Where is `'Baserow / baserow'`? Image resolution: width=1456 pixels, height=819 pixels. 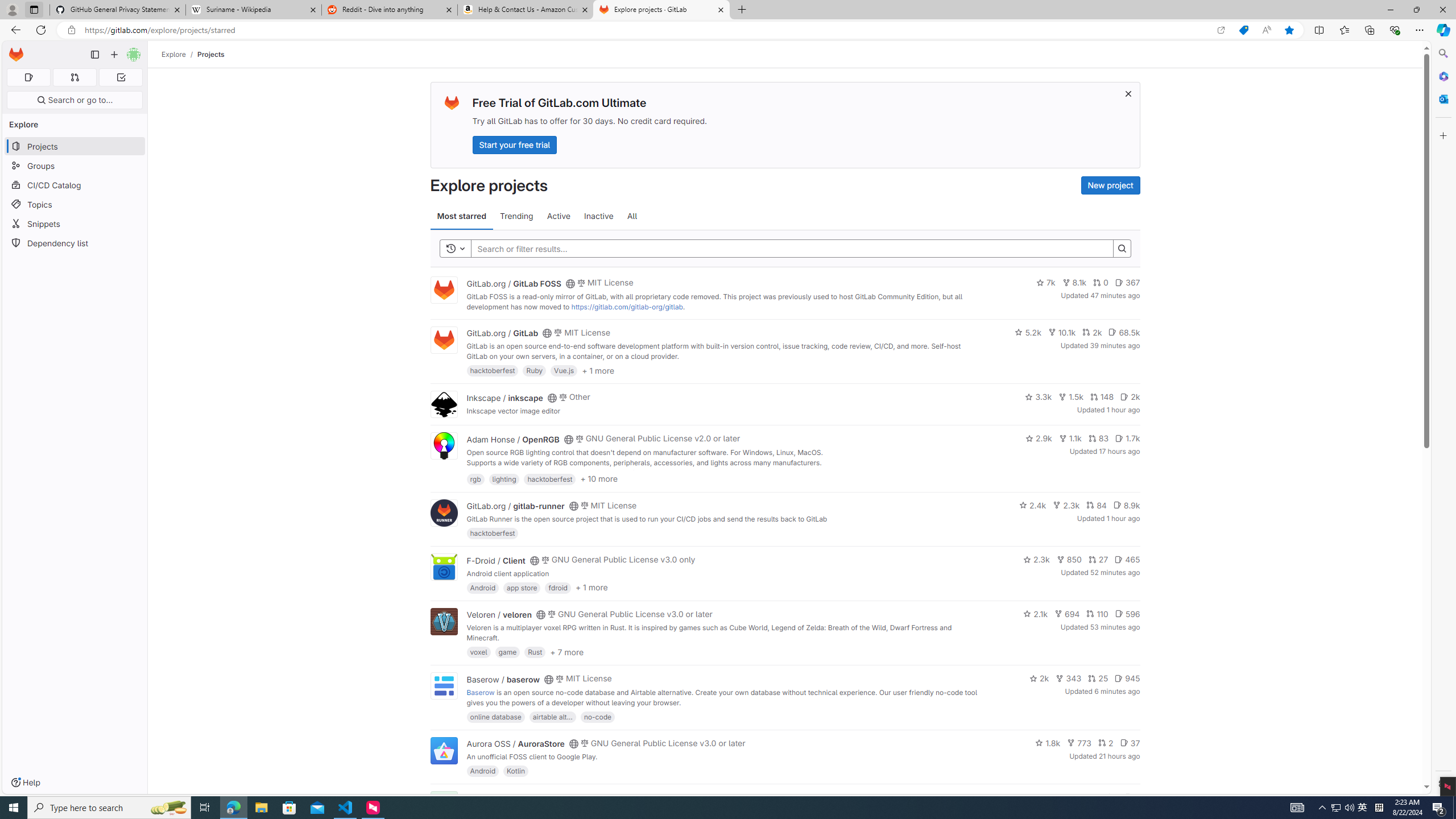
'Baserow / baserow' is located at coordinates (503, 678).